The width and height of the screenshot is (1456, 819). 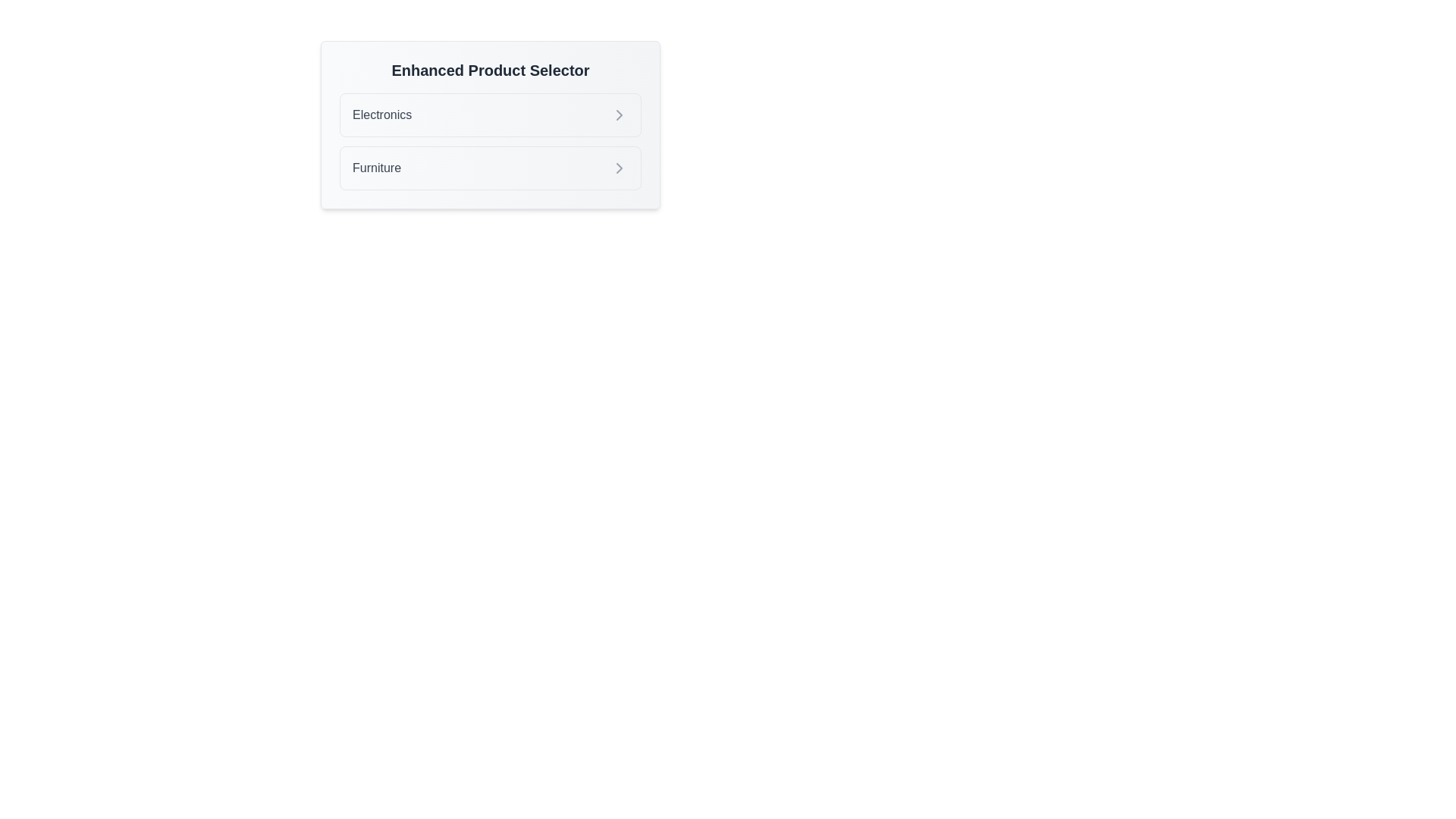 I want to click on the chevron icon next to the 'Electronics' text label, so click(x=619, y=114).